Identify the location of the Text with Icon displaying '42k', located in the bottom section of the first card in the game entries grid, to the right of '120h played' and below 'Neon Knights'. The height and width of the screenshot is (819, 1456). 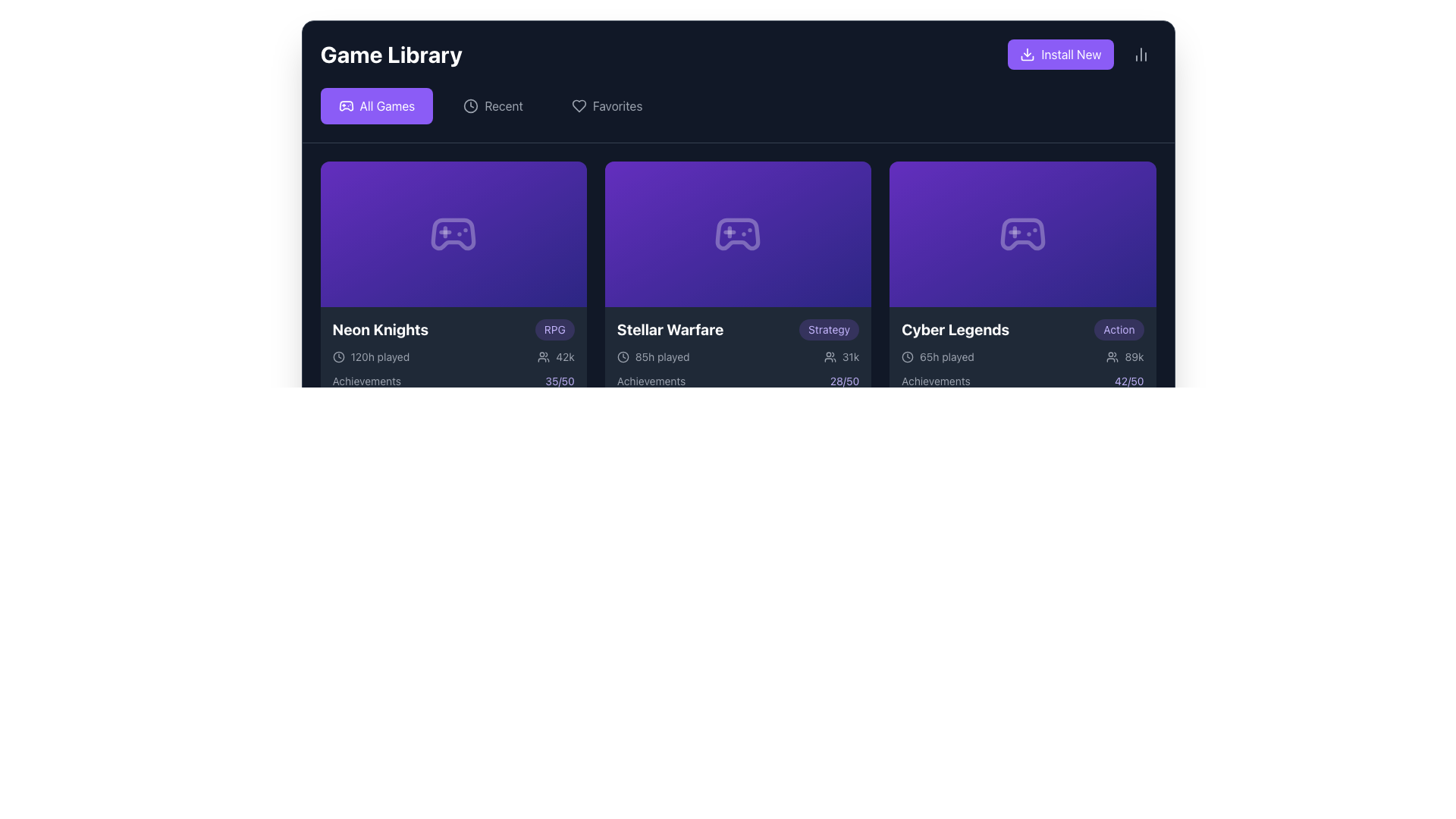
(555, 356).